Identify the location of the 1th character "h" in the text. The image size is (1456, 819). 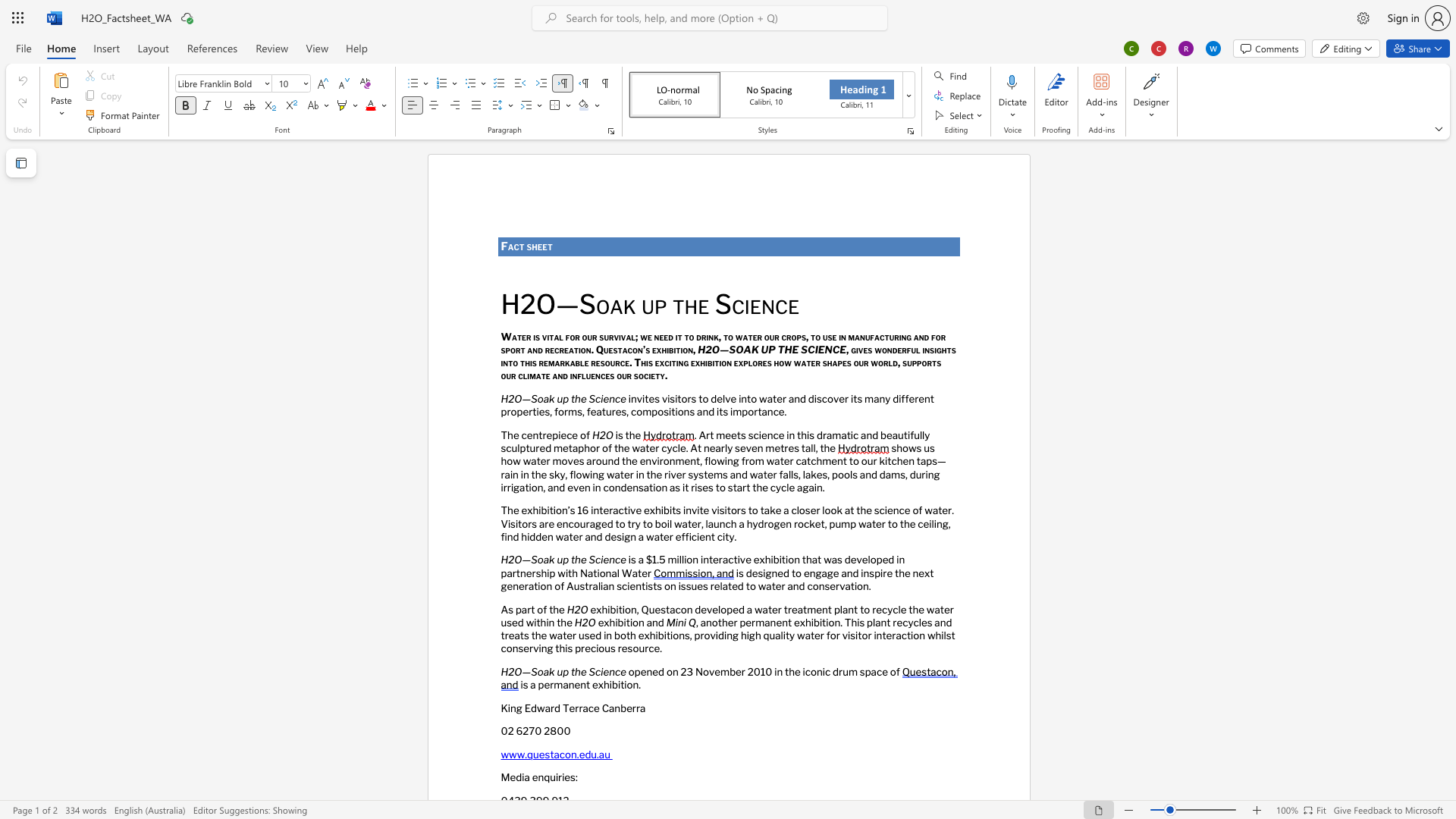
(535, 246).